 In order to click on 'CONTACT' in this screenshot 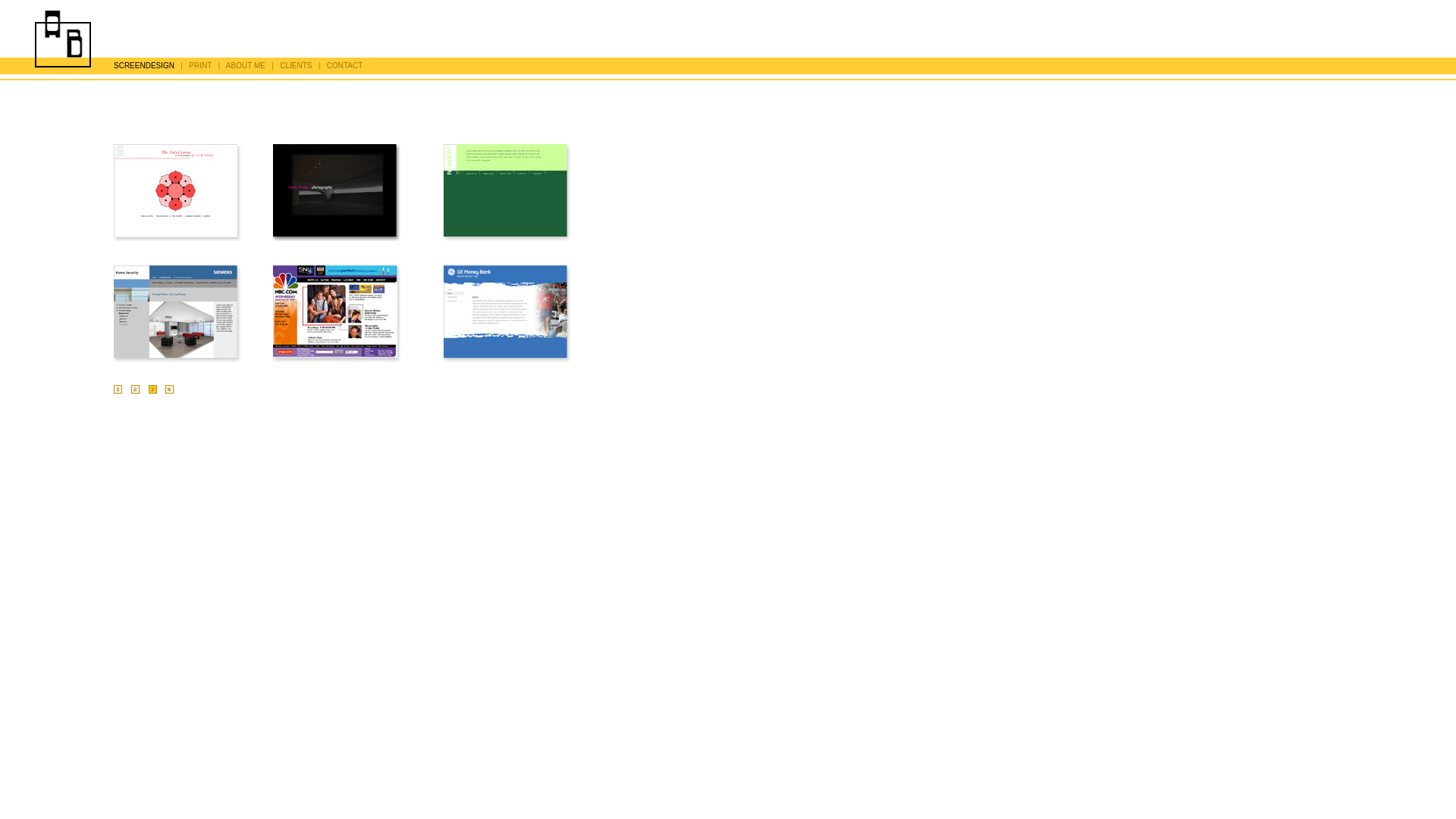, I will do `click(344, 64)`.